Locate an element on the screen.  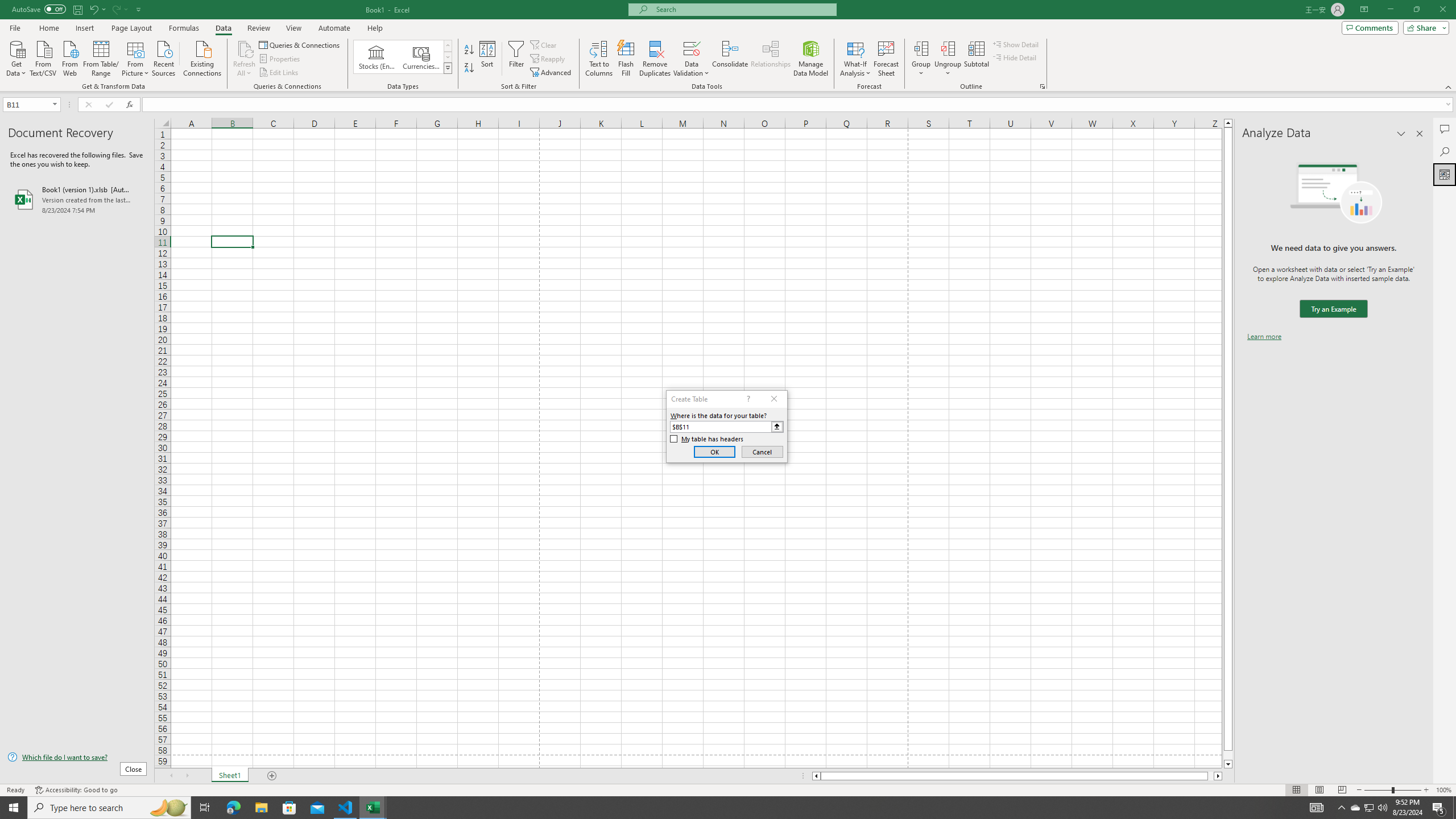
'Line down' is located at coordinates (1228, 764).